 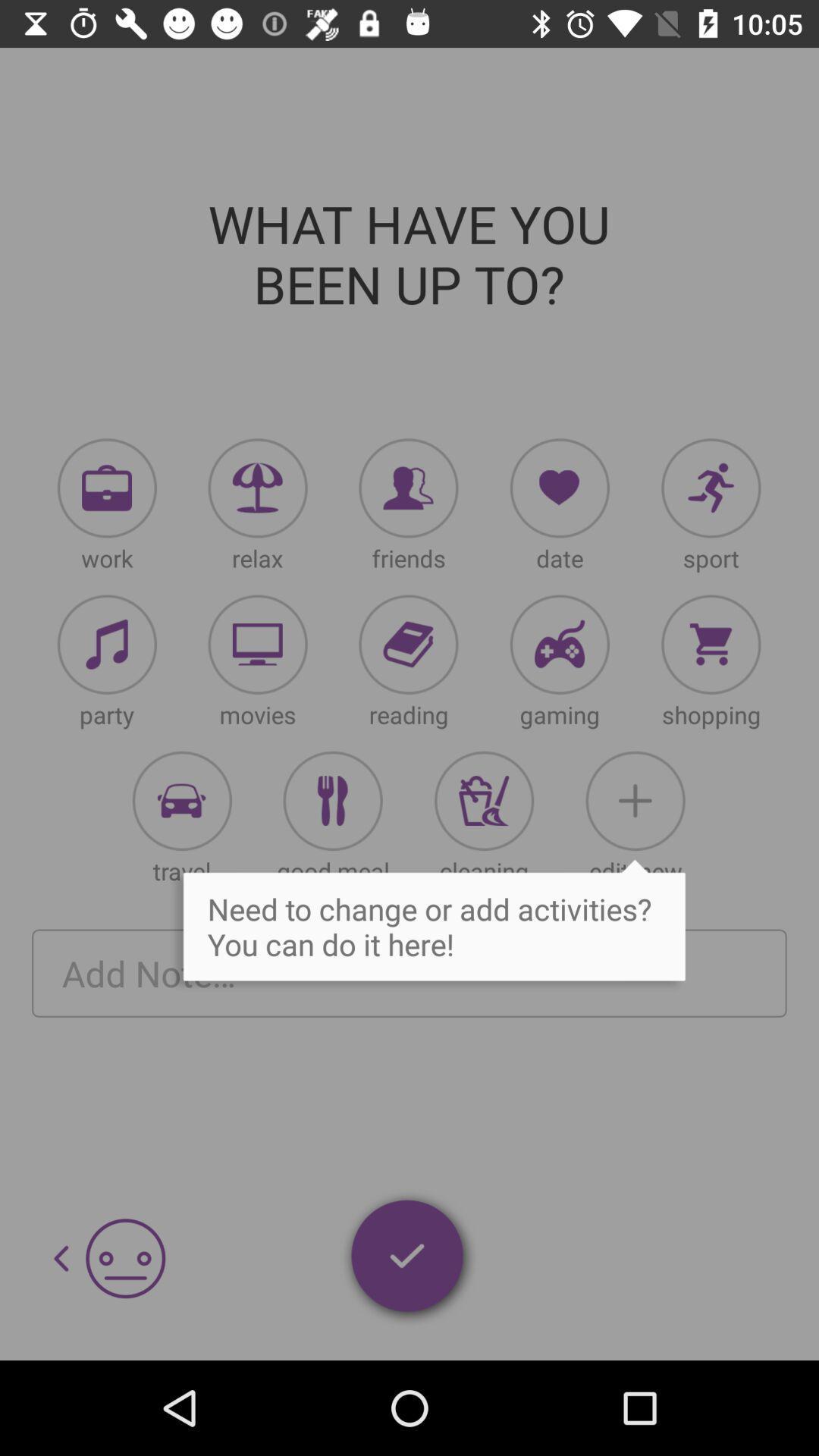 What do you see at coordinates (407, 645) in the screenshot?
I see `open reading` at bounding box center [407, 645].